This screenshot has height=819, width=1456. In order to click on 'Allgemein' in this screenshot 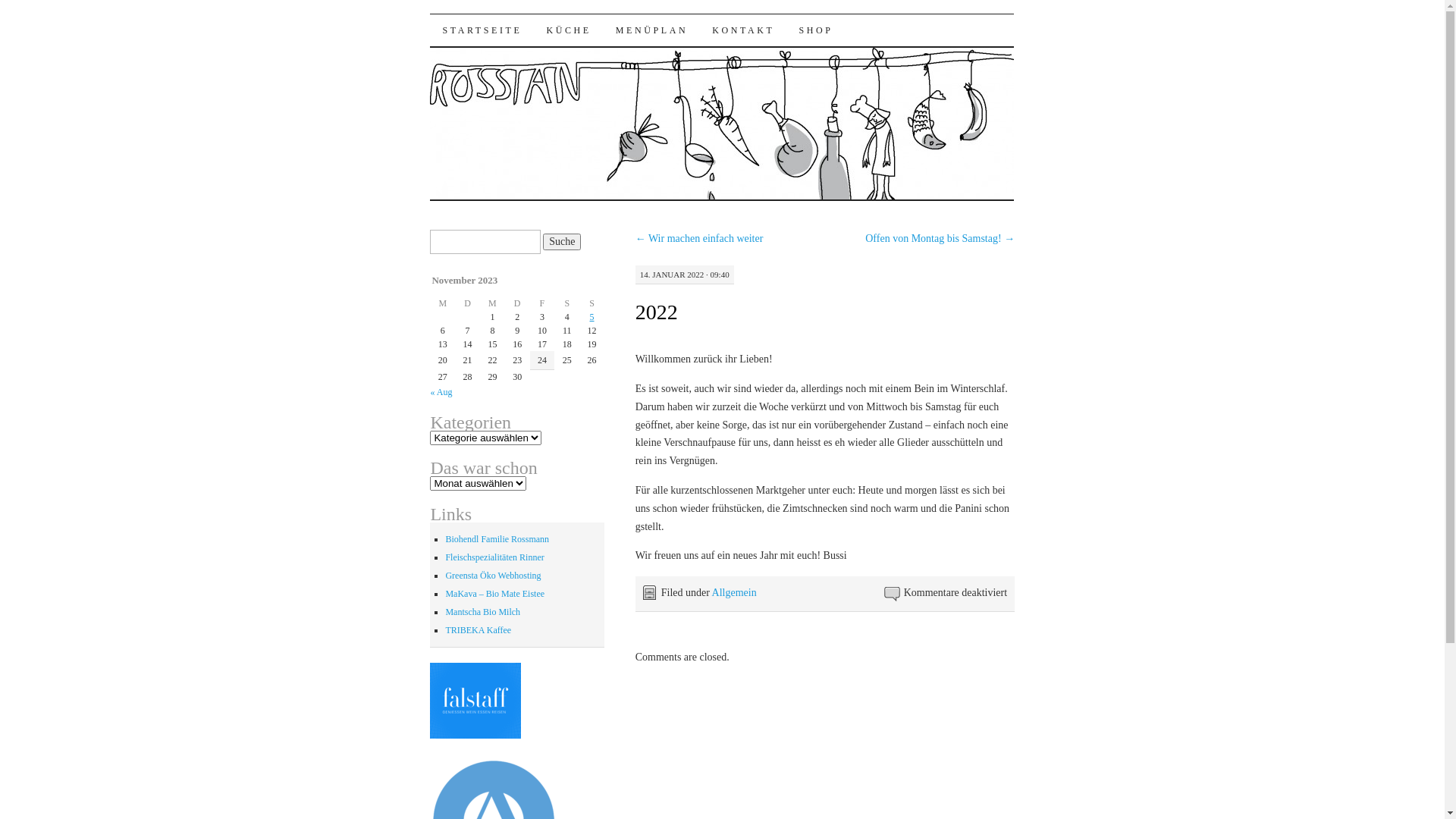, I will do `click(711, 591)`.